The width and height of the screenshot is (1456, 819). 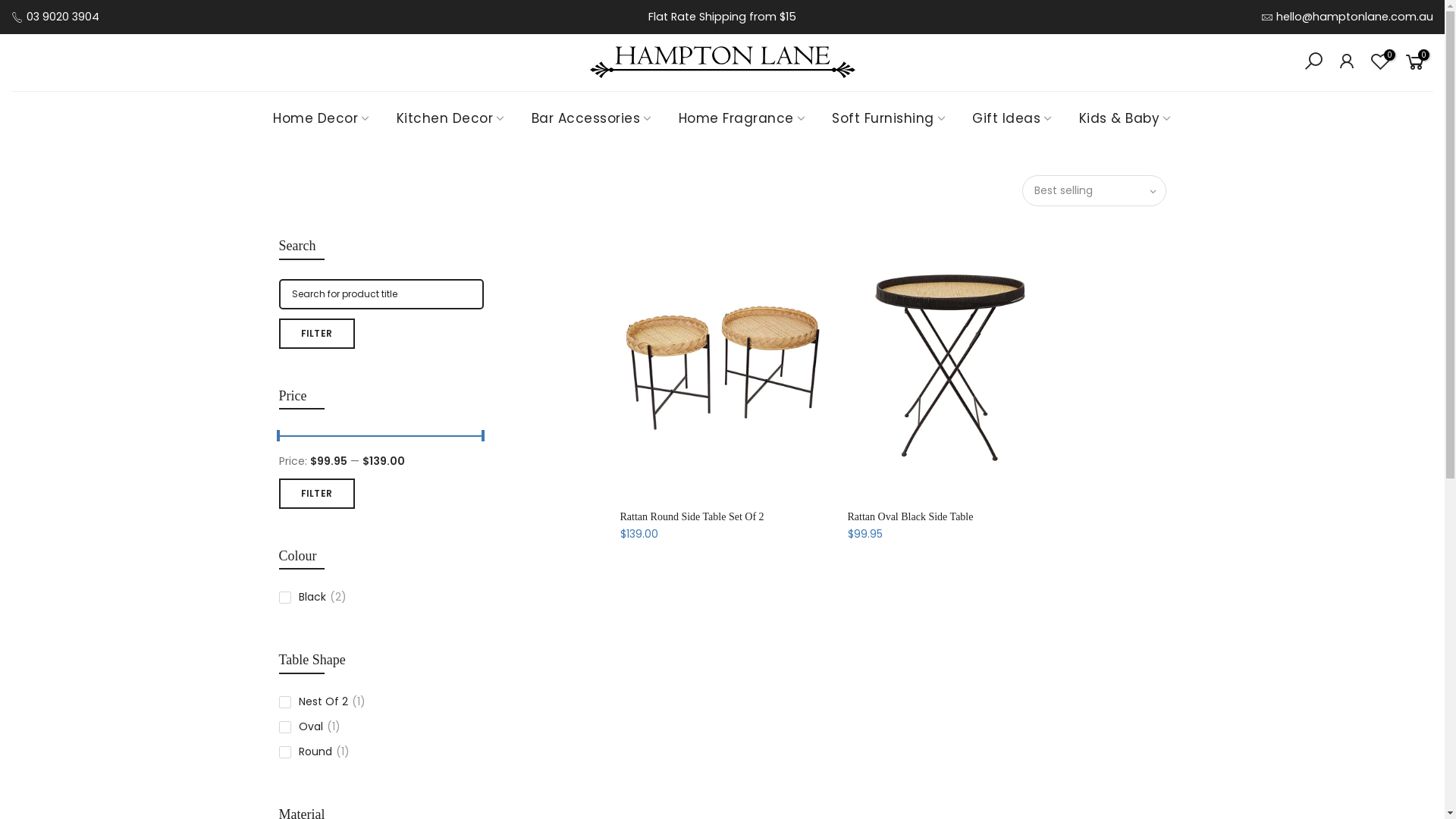 I want to click on 'Bar Accessories', so click(x=590, y=117).